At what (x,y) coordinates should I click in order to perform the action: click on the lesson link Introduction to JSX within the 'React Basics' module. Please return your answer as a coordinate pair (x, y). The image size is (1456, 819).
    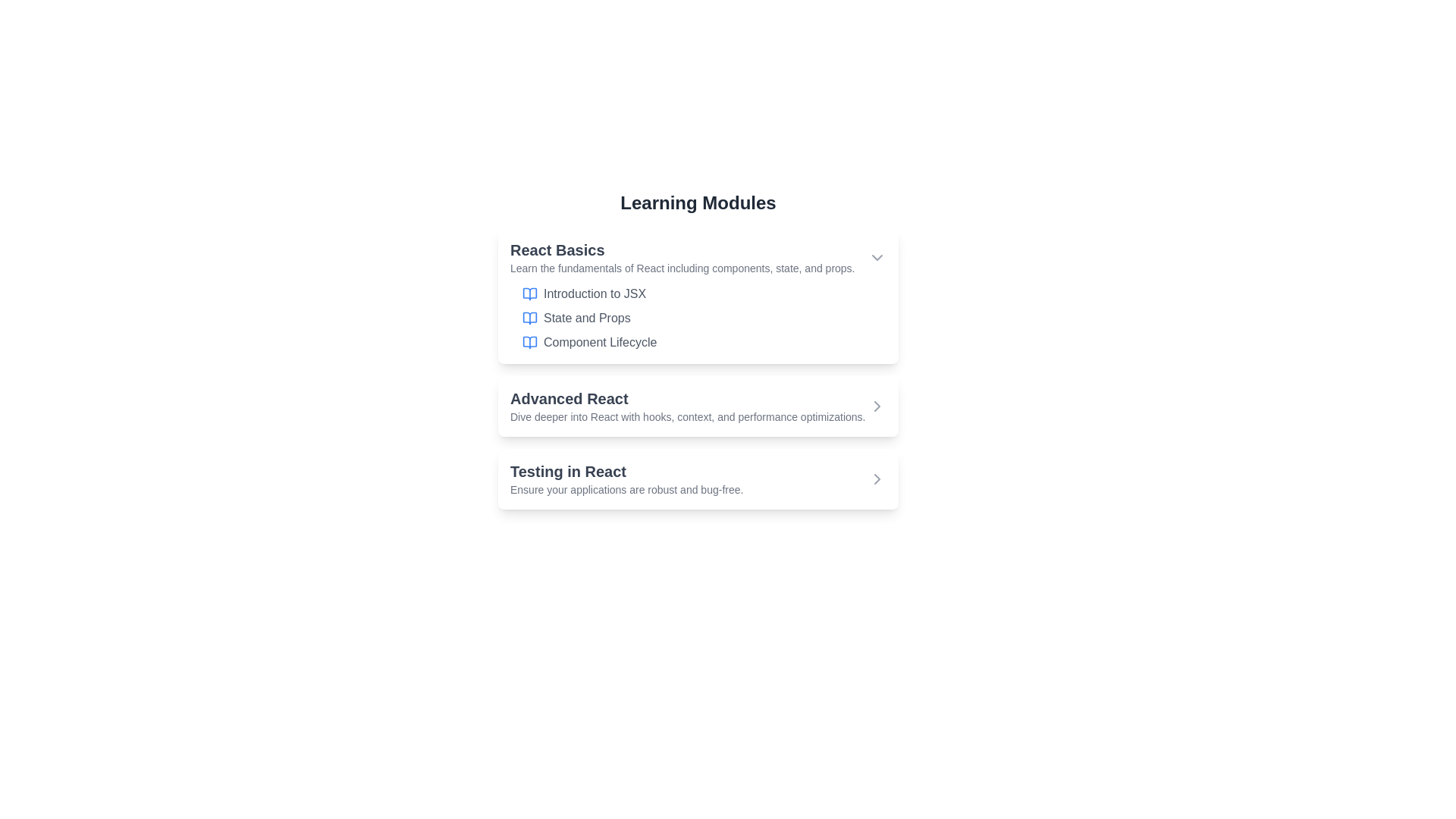
    Looking at the image, I should click on (594, 294).